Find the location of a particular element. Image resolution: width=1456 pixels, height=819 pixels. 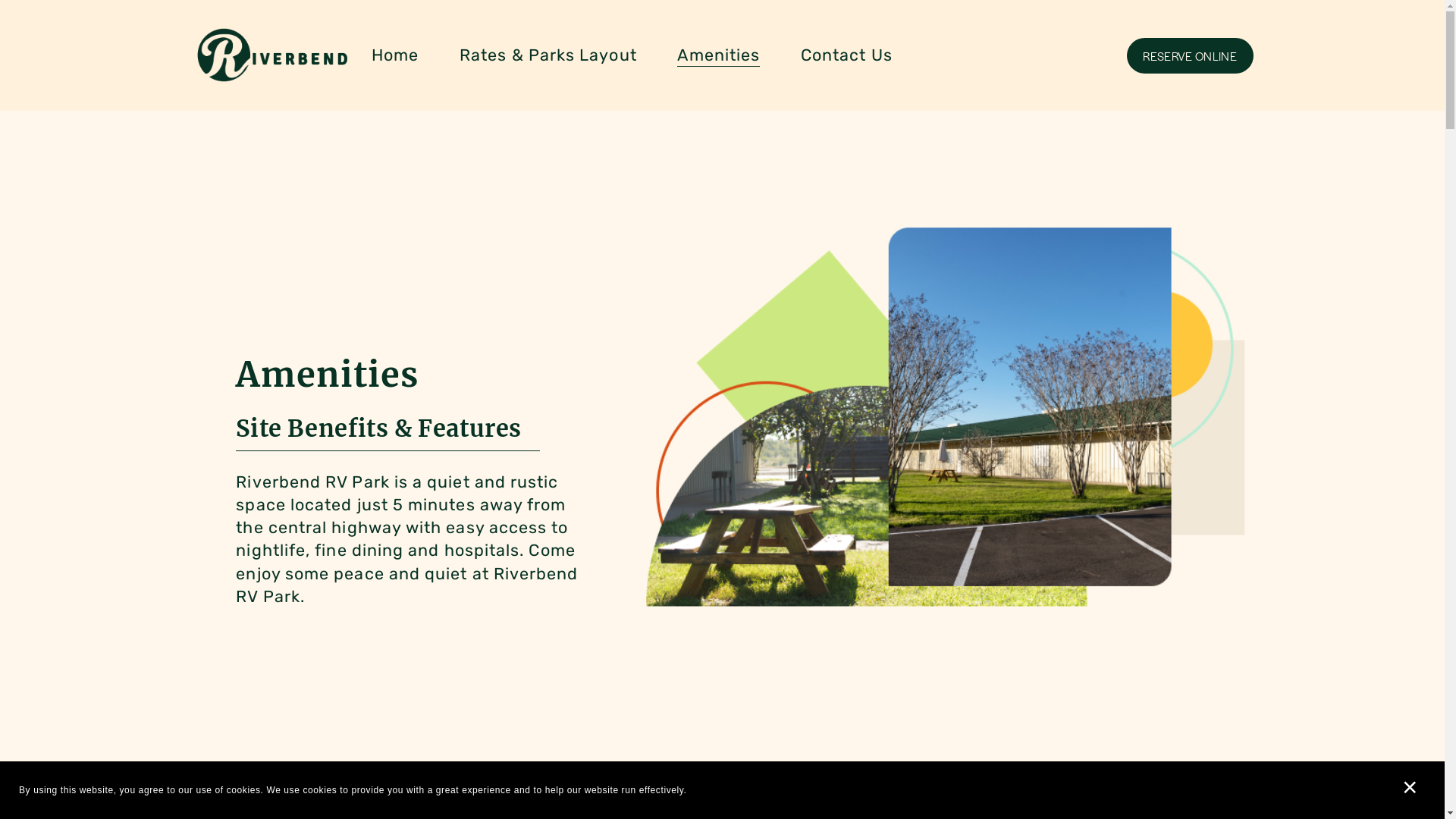

'RESERVE ONLINE' is located at coordinates (1189, 55).